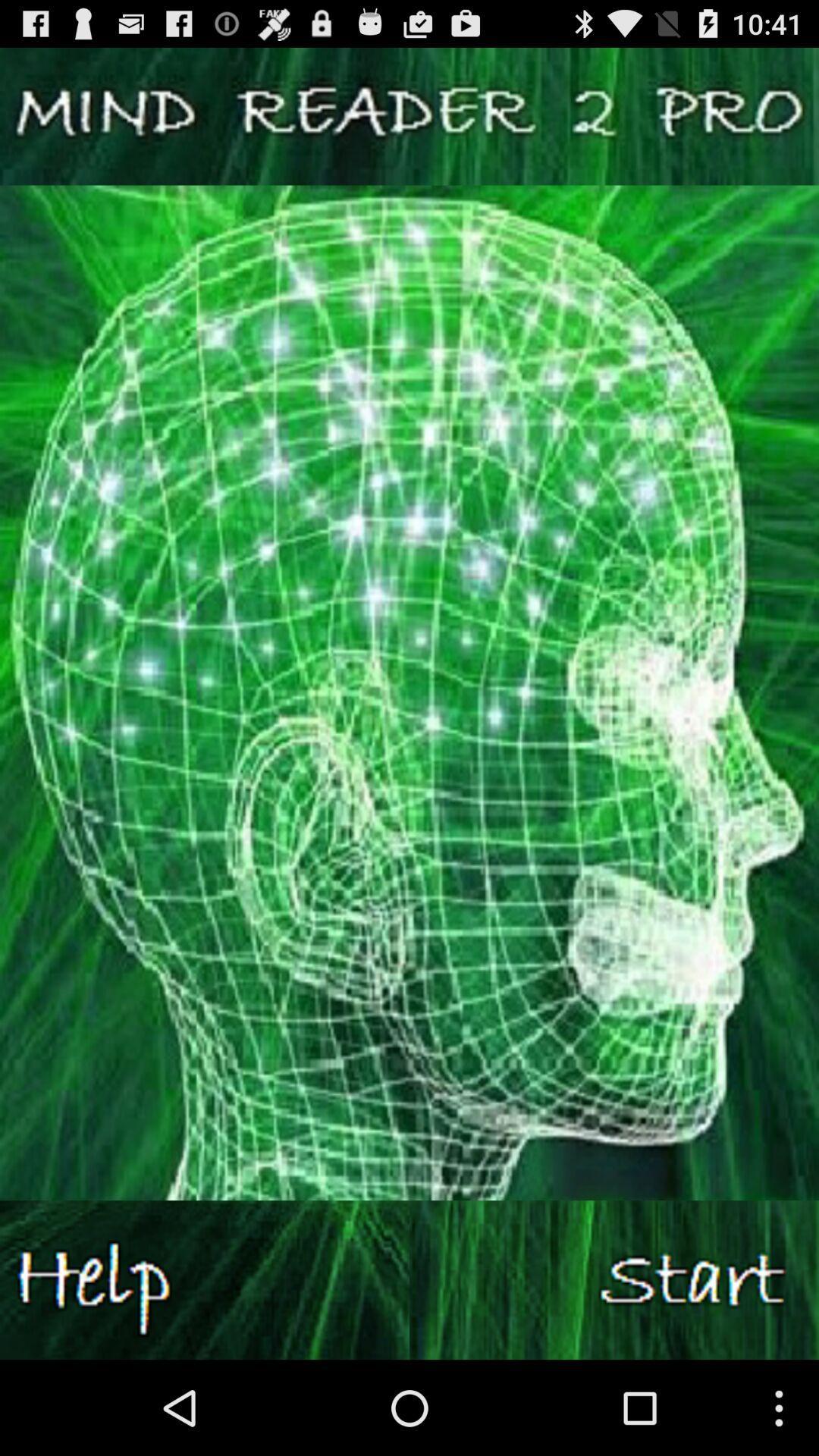  What do you see at coordinates (614, 1279) in the screenshot?
I see `start` at bounding box center [614, 1279].